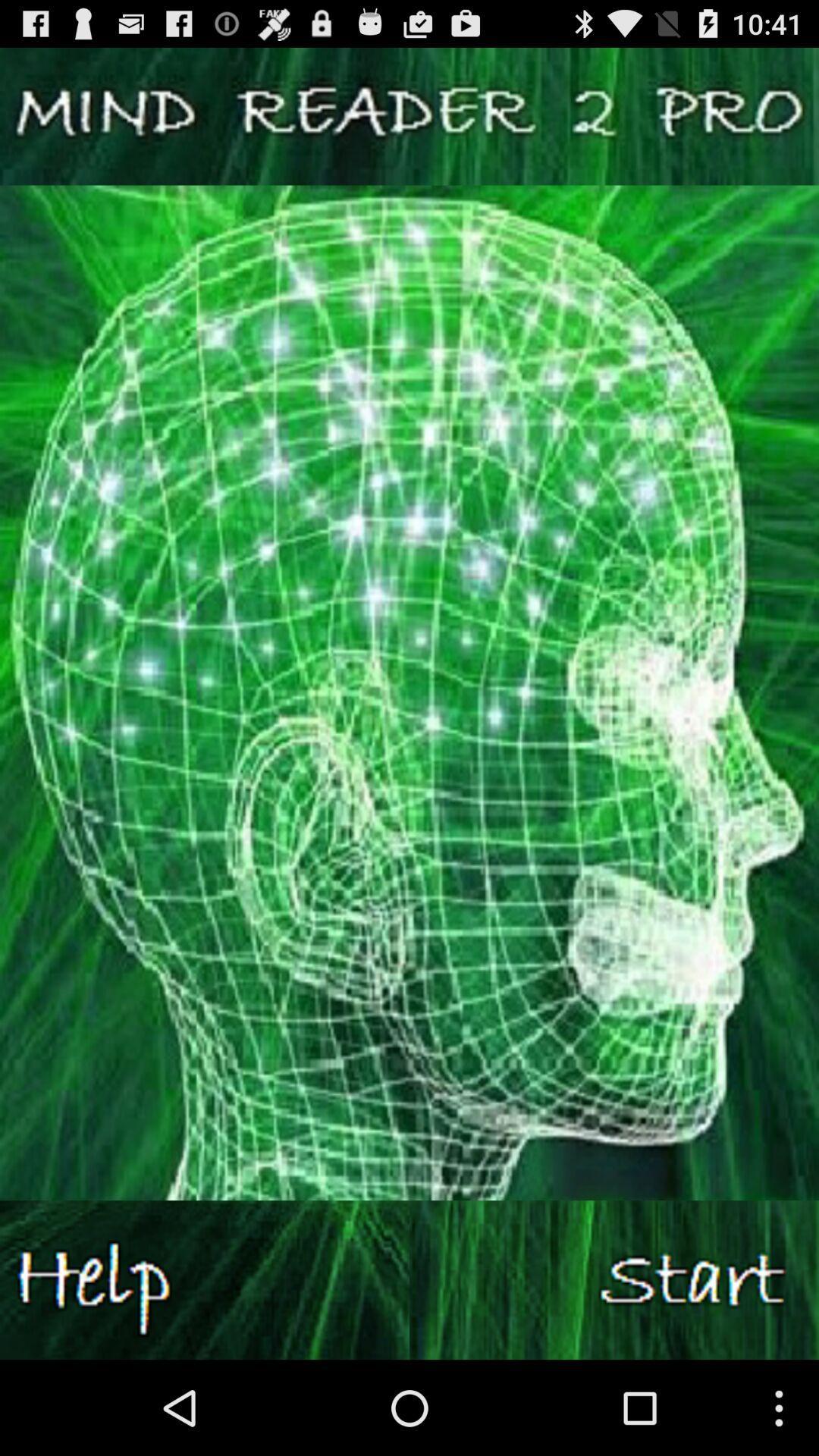  What do you see at coordinates (614, 1279) in the screenshot?
I see `start` at bounding box center [614, 1279].